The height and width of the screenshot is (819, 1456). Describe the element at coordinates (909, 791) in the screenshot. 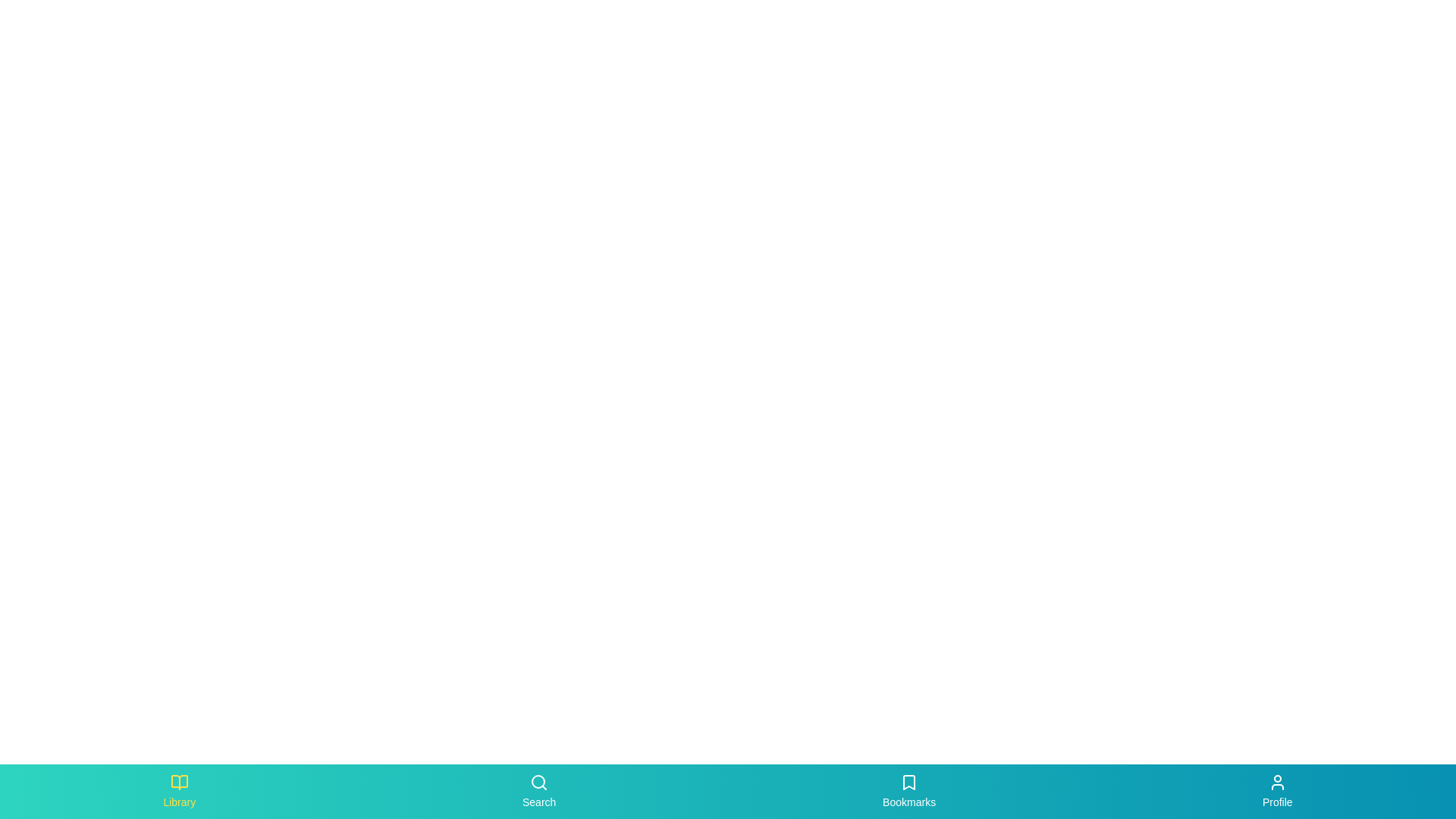

I see `the Bookmarks tab to navigate to it` at that location.